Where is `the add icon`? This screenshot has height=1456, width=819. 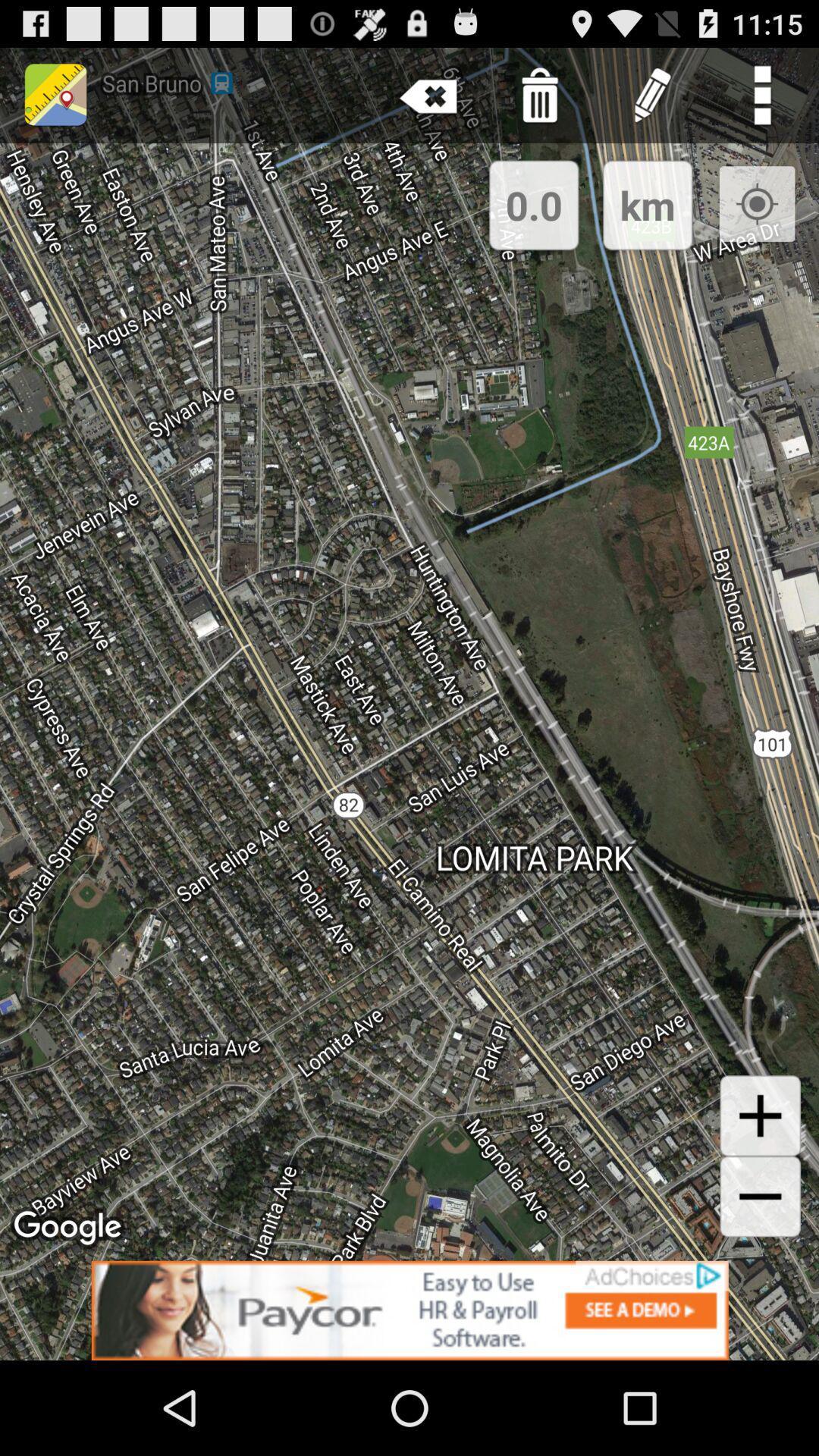 the add icon is located at coordinates (760, 1193).